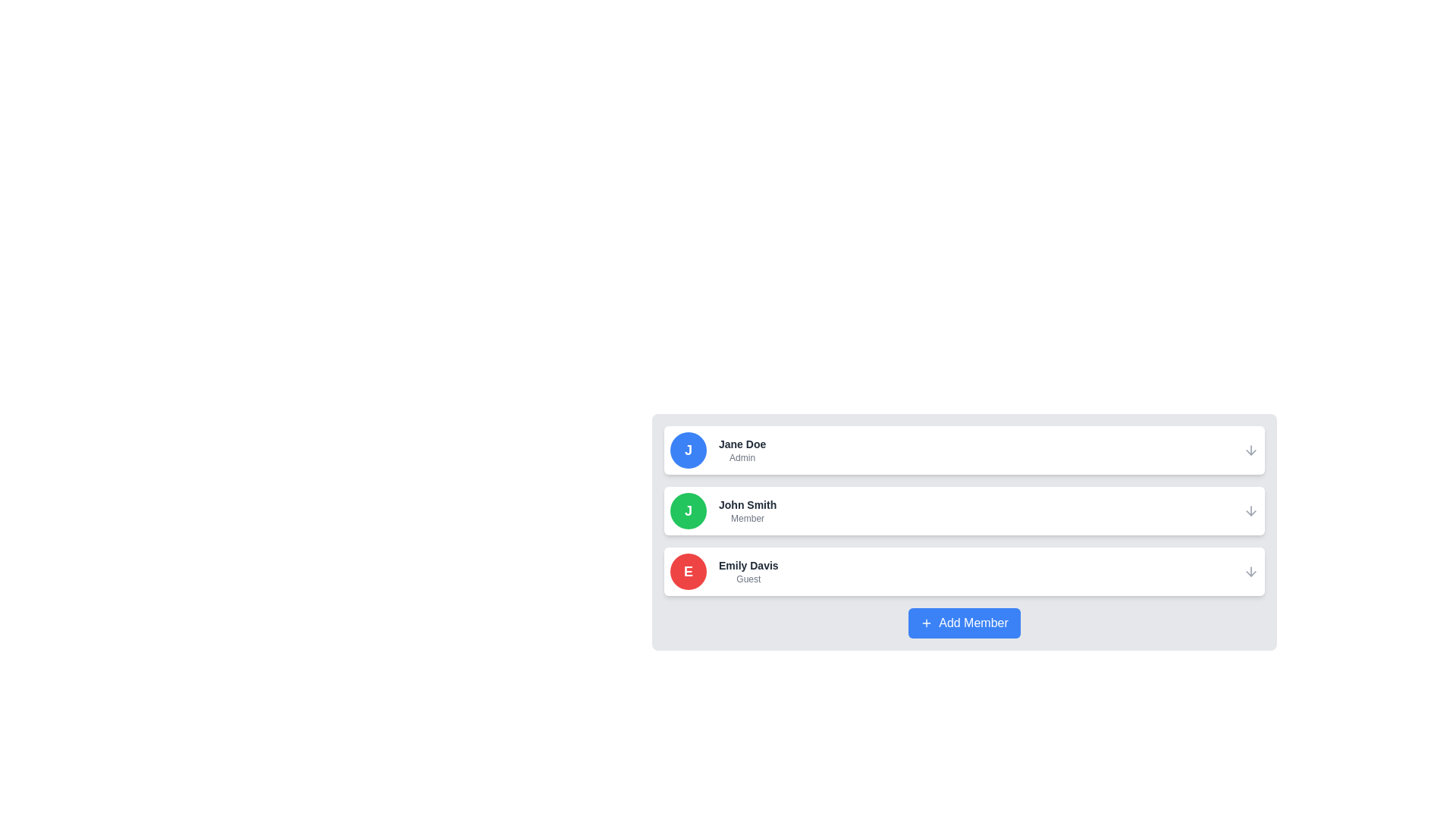 This screenshot has width=1456, height=819. I want to click on the circular profile icon with a green background and a white 'J' for John Smith, located in the second profile card on the left side, so click(687, 511).